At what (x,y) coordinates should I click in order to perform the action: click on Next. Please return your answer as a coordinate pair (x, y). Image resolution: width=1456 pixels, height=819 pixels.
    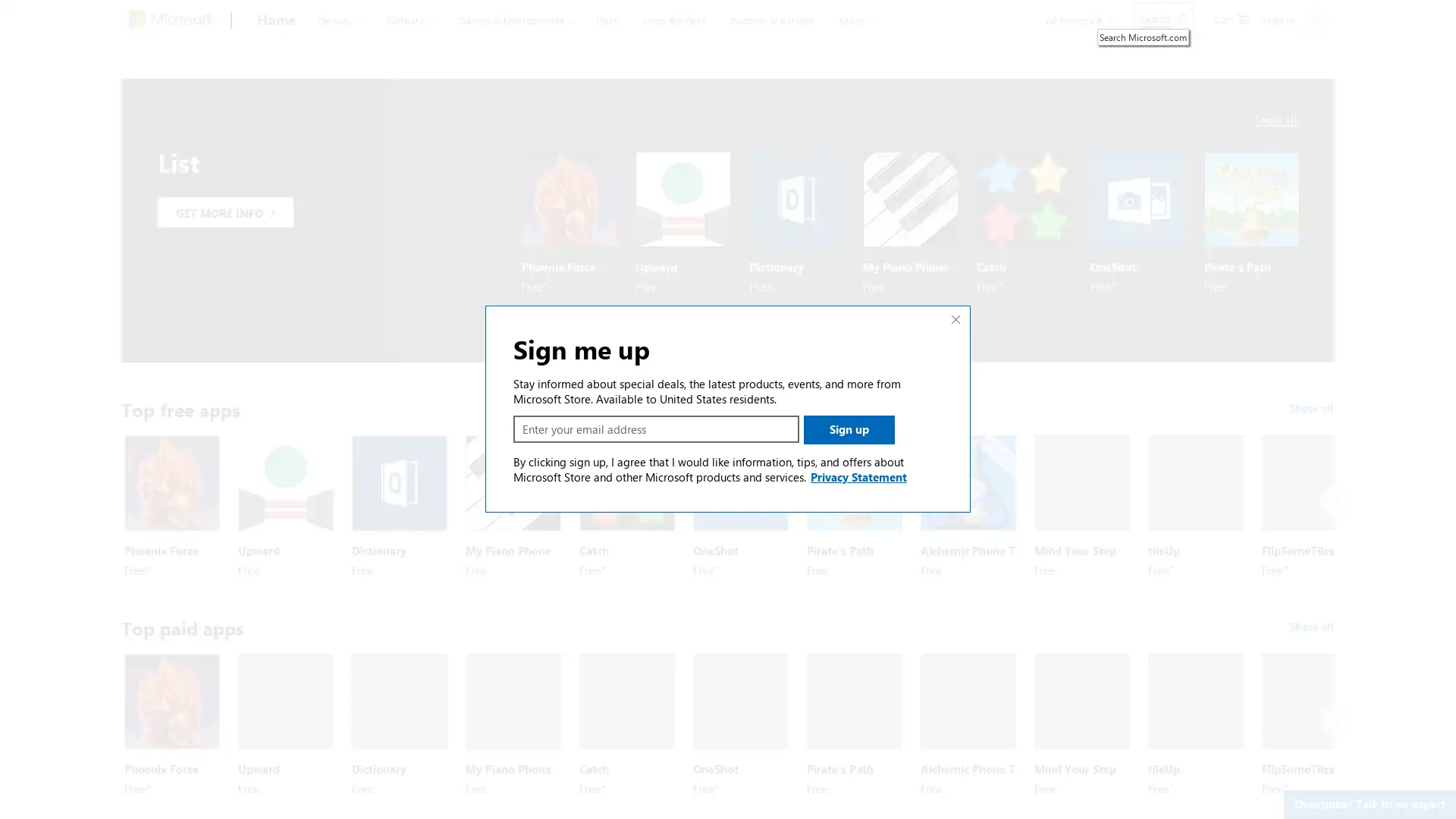
    Looking at the image, I should click on (1335, 719).